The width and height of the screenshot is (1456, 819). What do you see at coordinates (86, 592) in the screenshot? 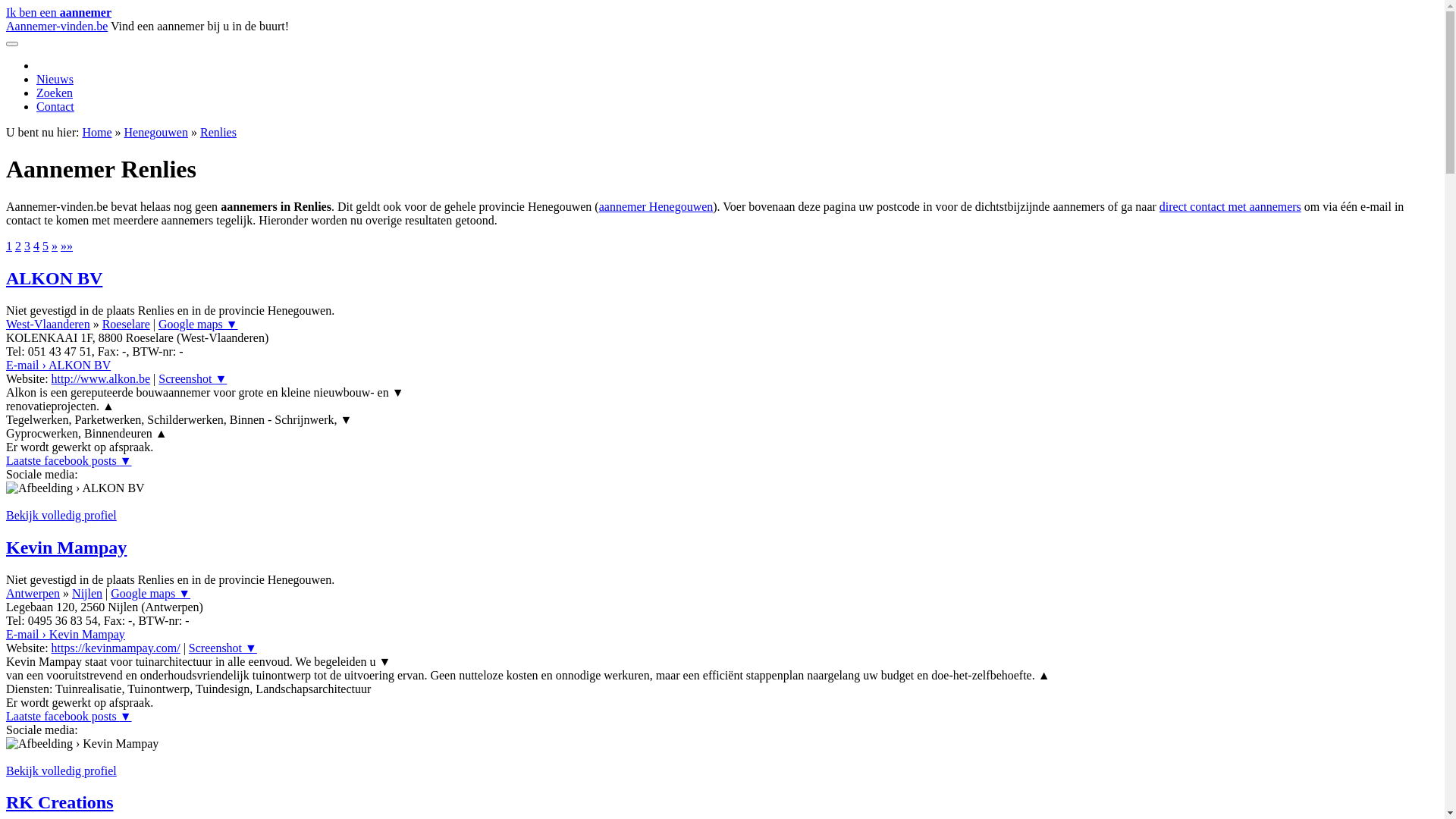
I see `'Nijlen'` at bounding box center [86, 592].